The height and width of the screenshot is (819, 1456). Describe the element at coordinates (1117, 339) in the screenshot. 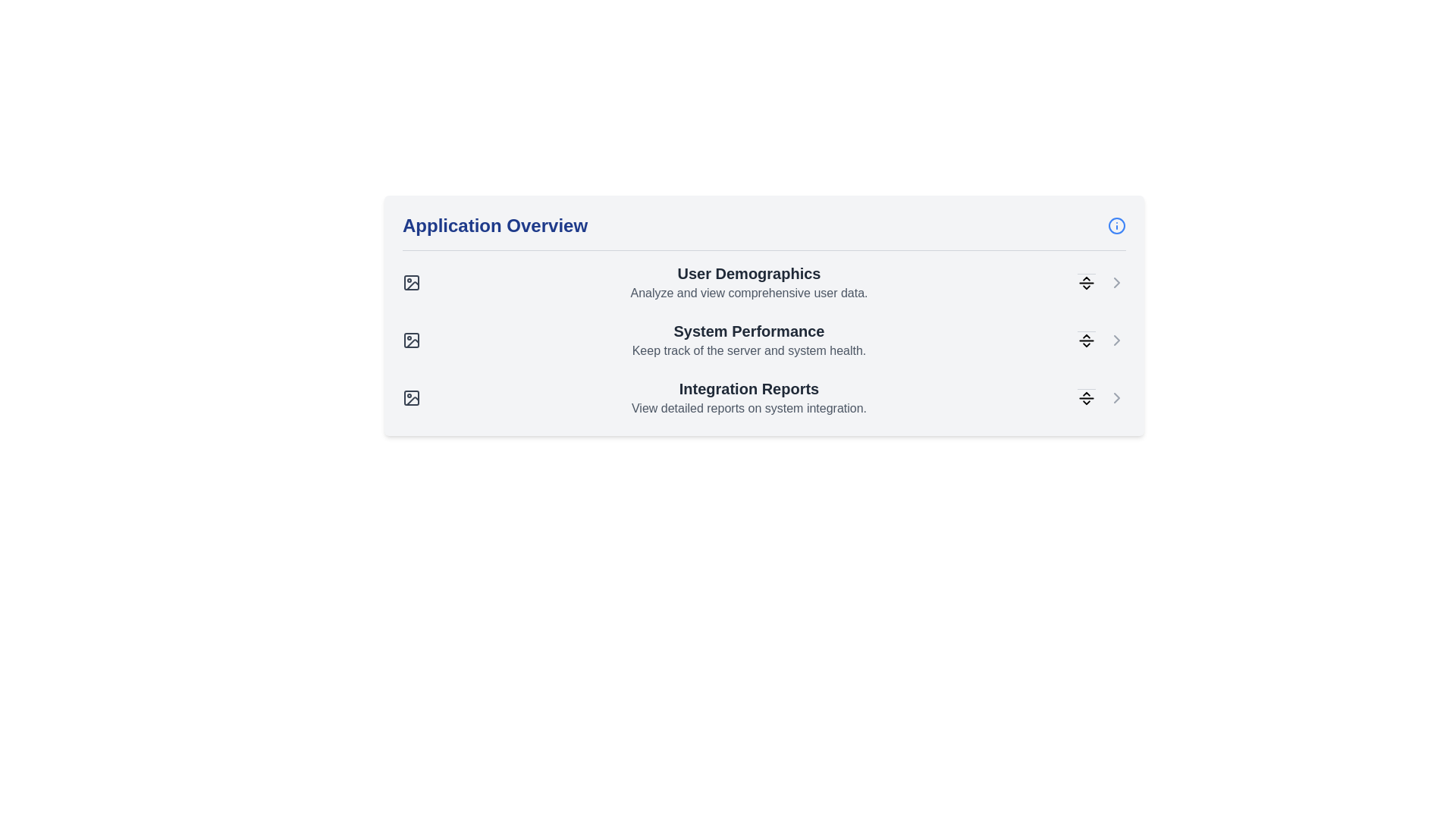

I see `the chevron right icon located at the far-right side of the 'System Performance' entry in the list` at that location.